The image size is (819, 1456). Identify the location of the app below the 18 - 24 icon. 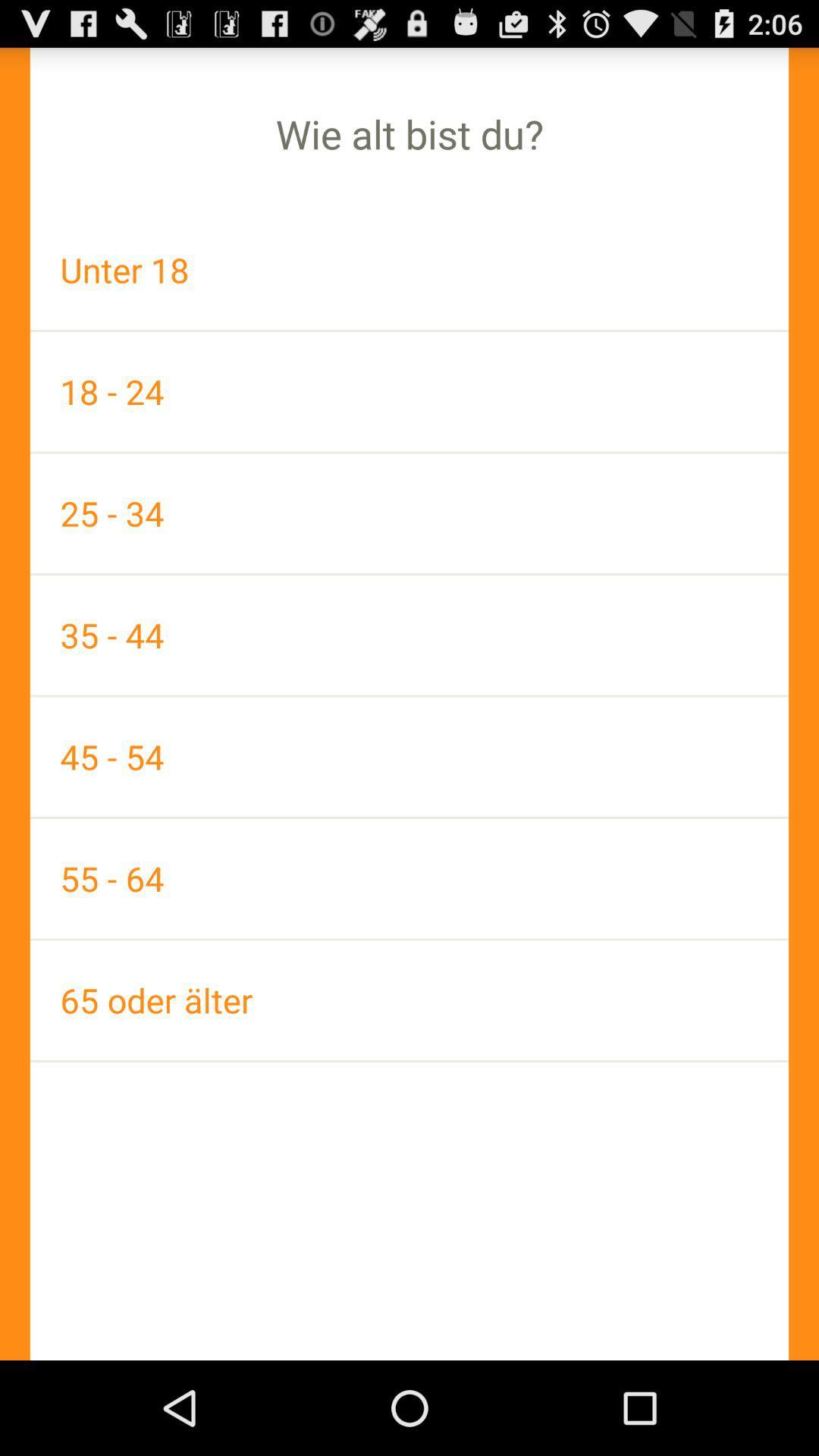
(409, 513).